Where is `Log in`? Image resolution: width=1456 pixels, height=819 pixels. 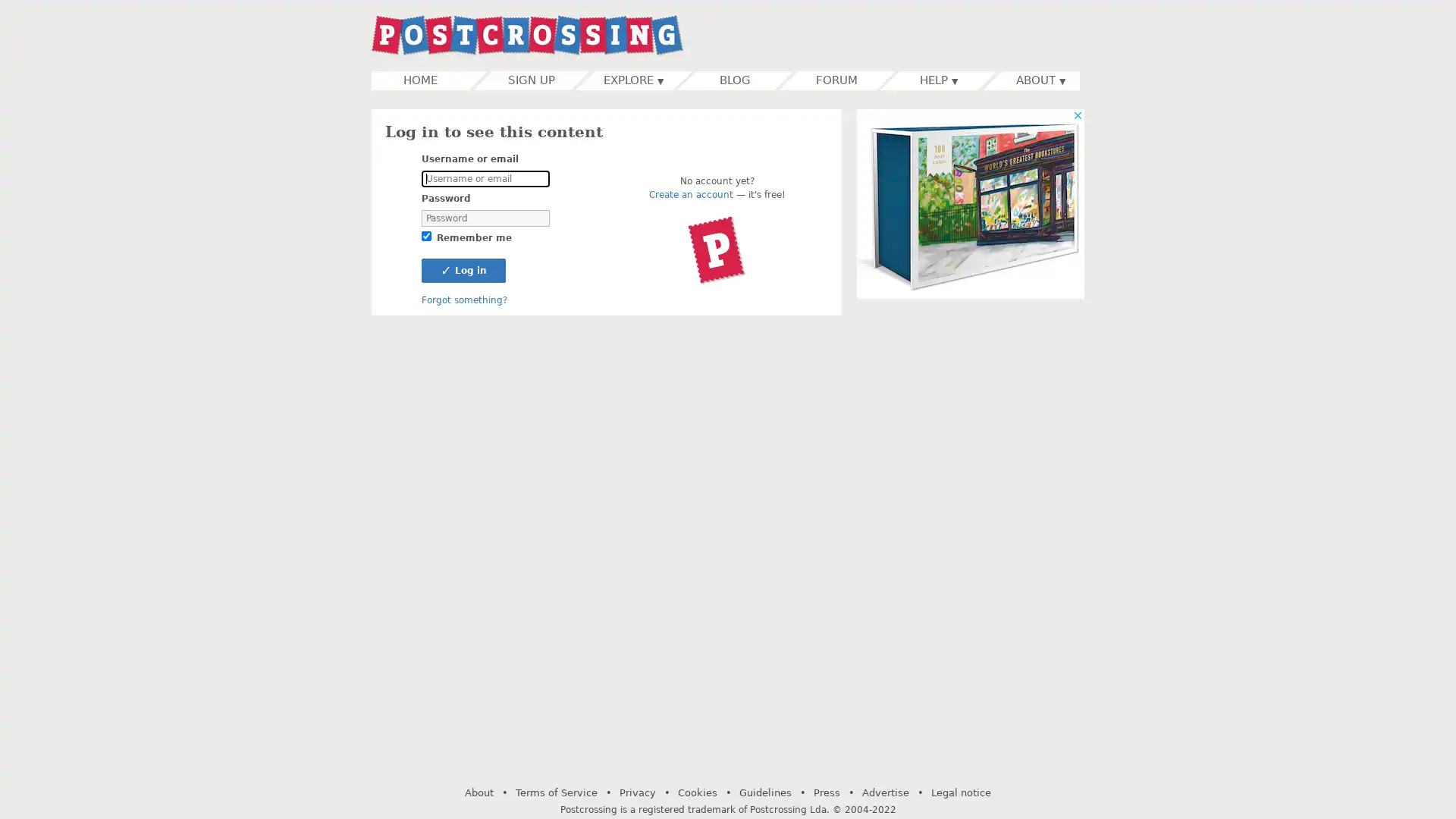
Log in is located at coordinates (463, 270).